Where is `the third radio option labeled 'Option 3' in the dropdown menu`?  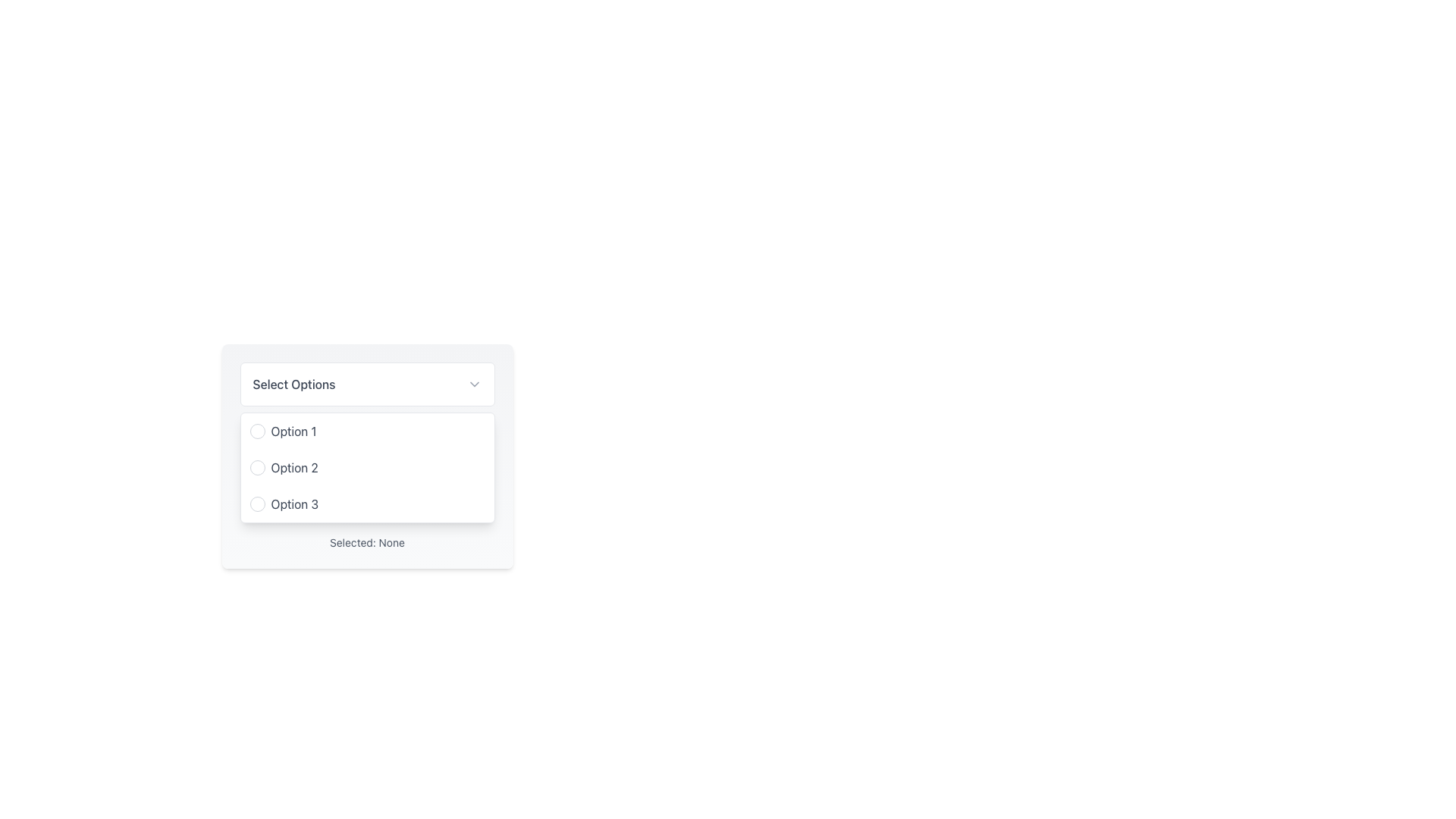 the third radio option labeled 'Option 3' in the dropdown menu is located at coordinates (367, 504).